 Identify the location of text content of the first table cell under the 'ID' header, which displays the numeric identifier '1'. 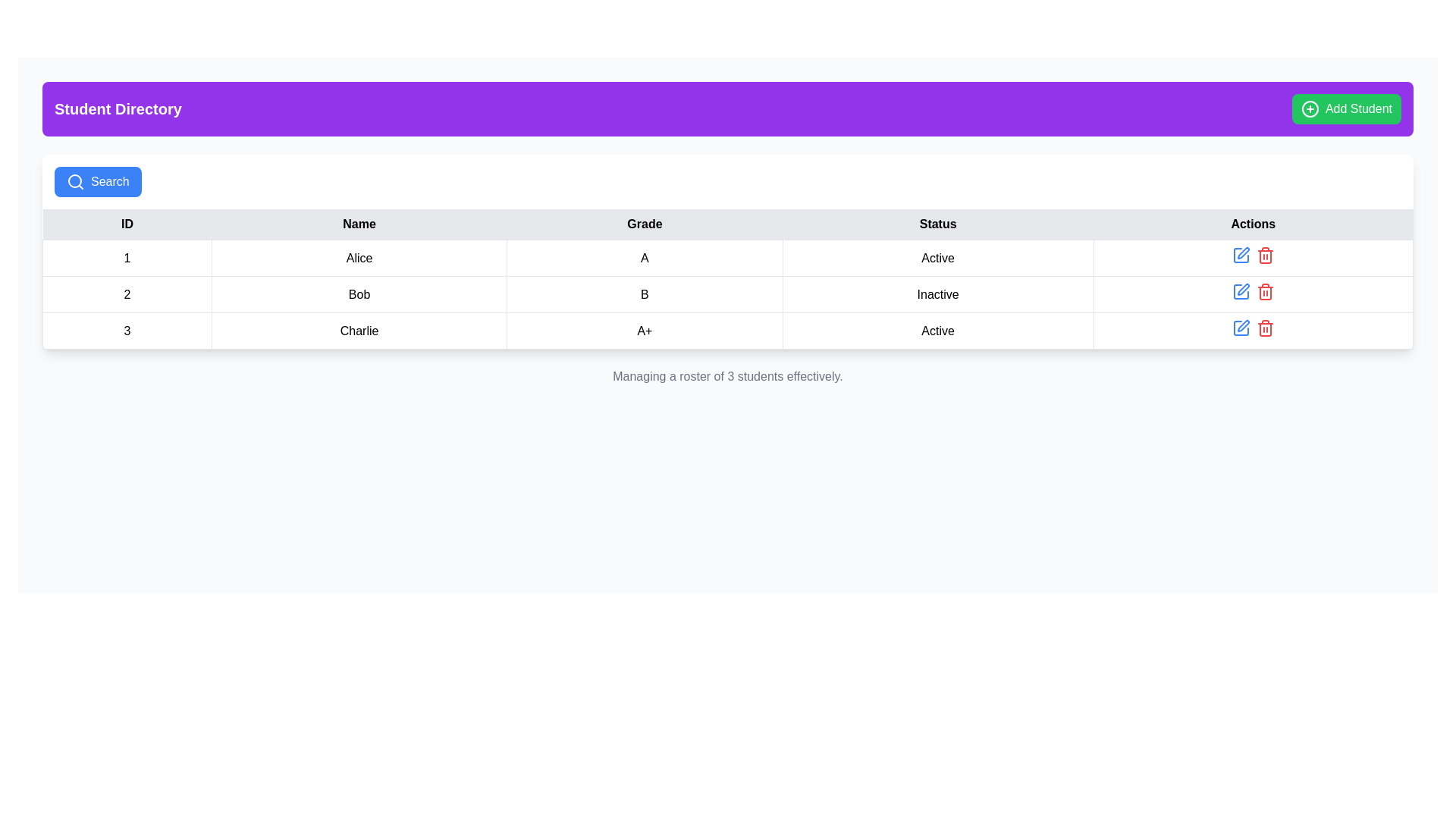
(127, 257).